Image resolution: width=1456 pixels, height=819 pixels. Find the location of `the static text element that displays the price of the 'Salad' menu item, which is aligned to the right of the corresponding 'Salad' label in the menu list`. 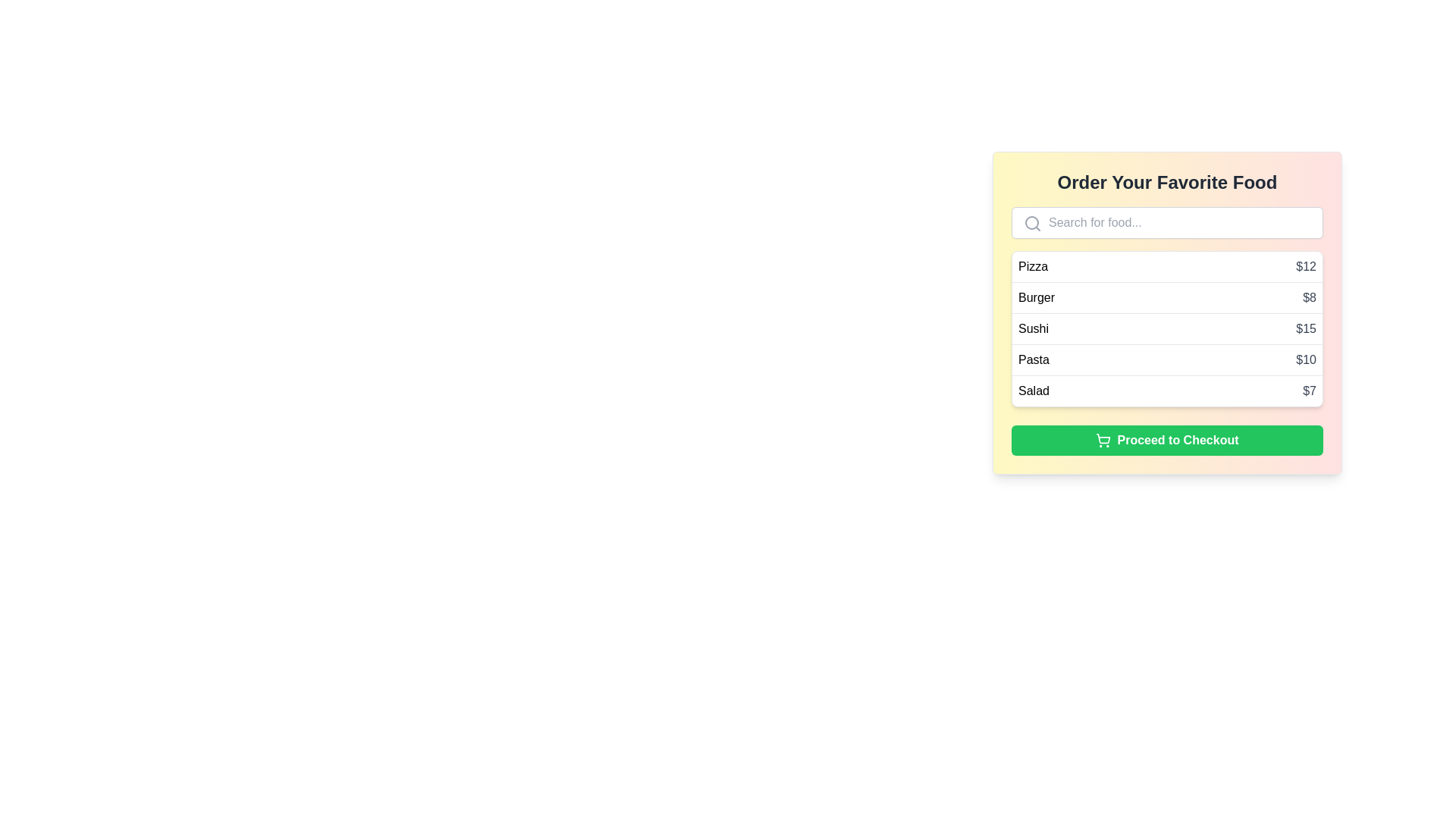

the static text element that displays the price of the 'Salad' menu item, which is aligned to the right of the corresponding 'Salad' label in the menu list is located at coordinates (1309, 391).